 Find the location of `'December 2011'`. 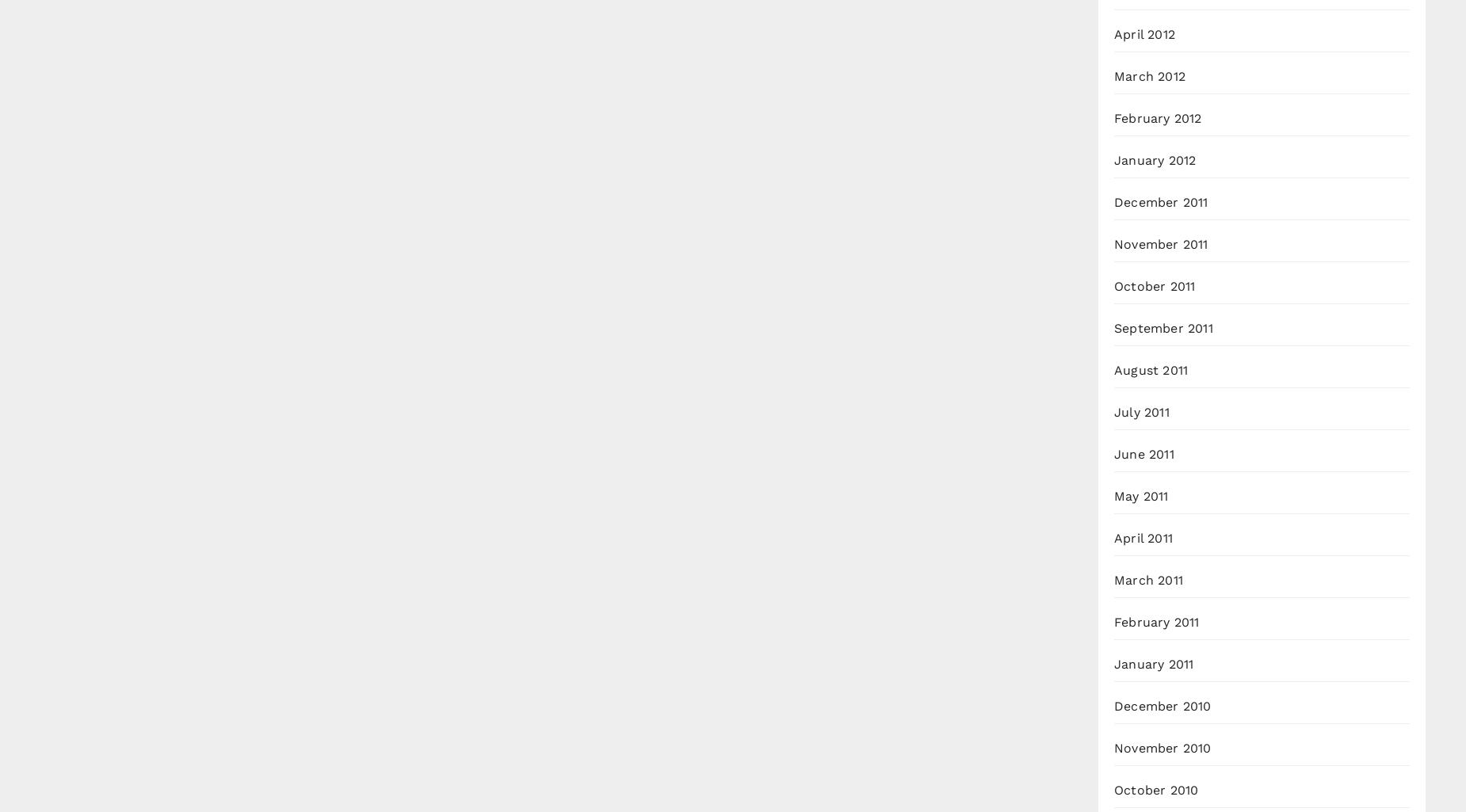

'December 2011' is located at coordinates (1161, 201).